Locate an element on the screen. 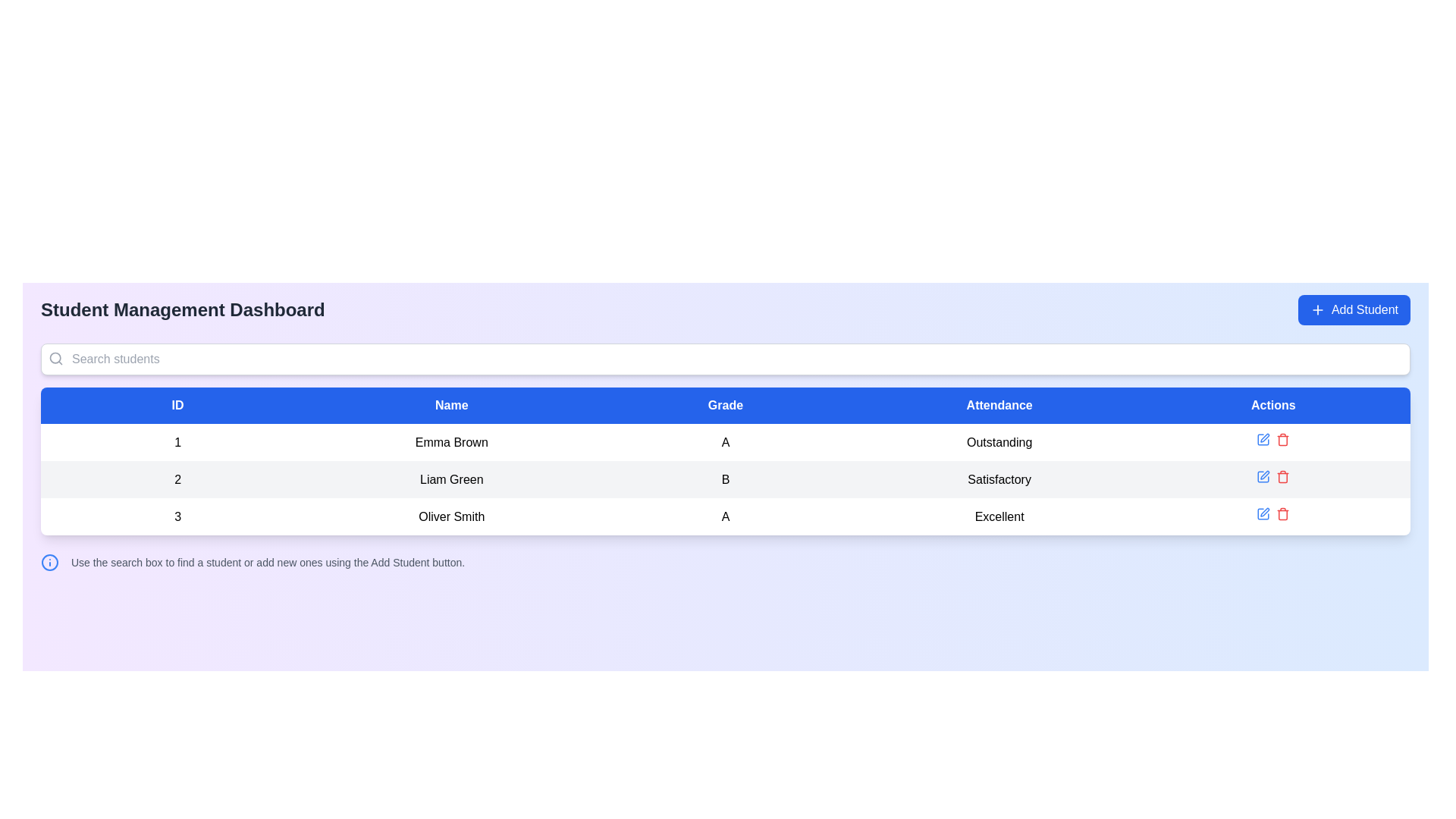 This screenshot has width=1456, height=819. the red trash can icon button located on the rightmost side of the 'Actions' column in the table row for 'Oliver Smith' is located at coordinates (1282, 513).